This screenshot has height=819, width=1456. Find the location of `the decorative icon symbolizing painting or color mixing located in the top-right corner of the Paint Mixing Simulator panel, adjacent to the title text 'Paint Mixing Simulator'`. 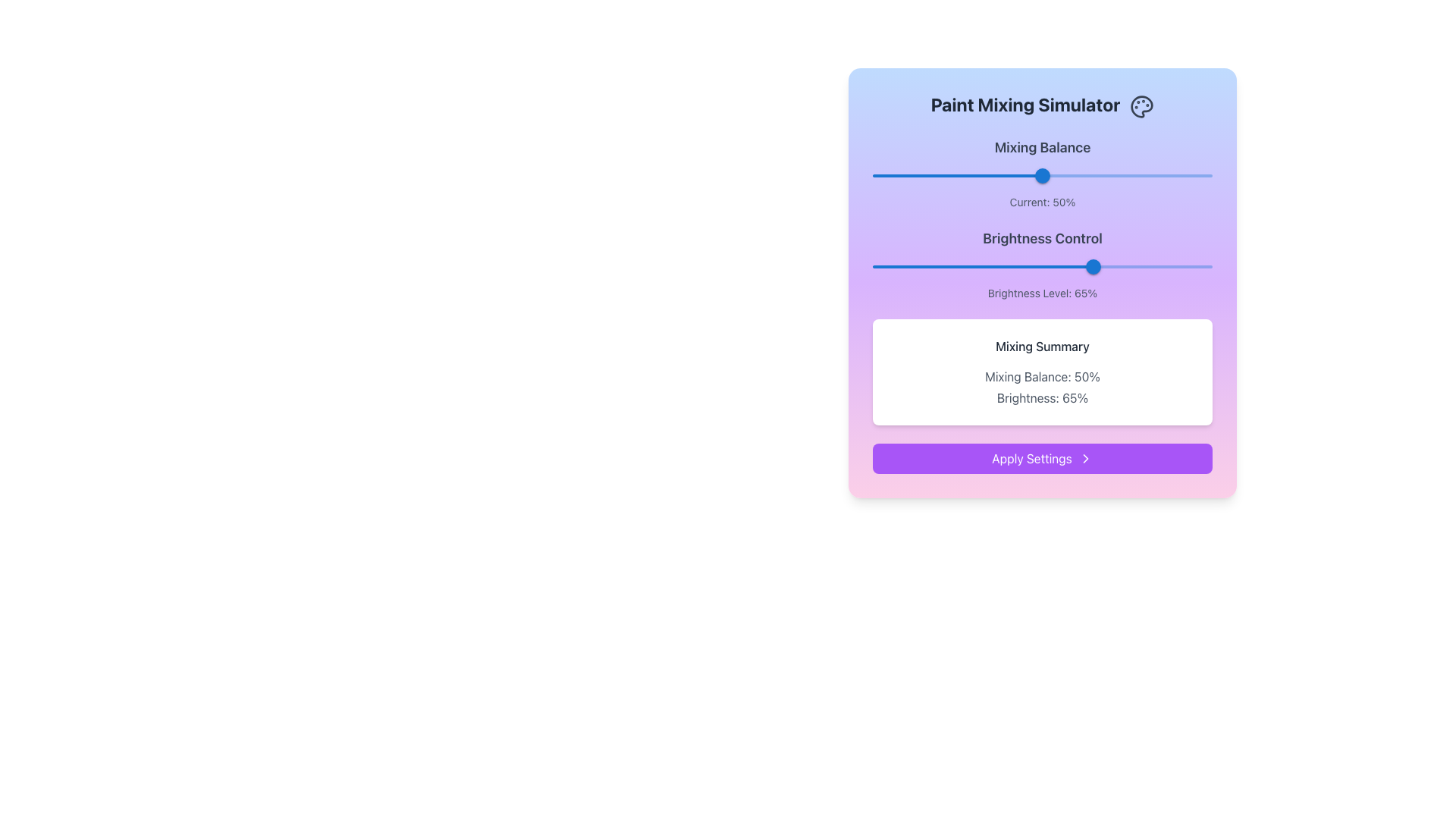

the decorative icon symbolizing painting or color mixing located in the top-right corner of the Paint Mixing Simulator panel, adjacent to the title text 'Paint Mixing Simulator' is located at coordinates (1142, 105).